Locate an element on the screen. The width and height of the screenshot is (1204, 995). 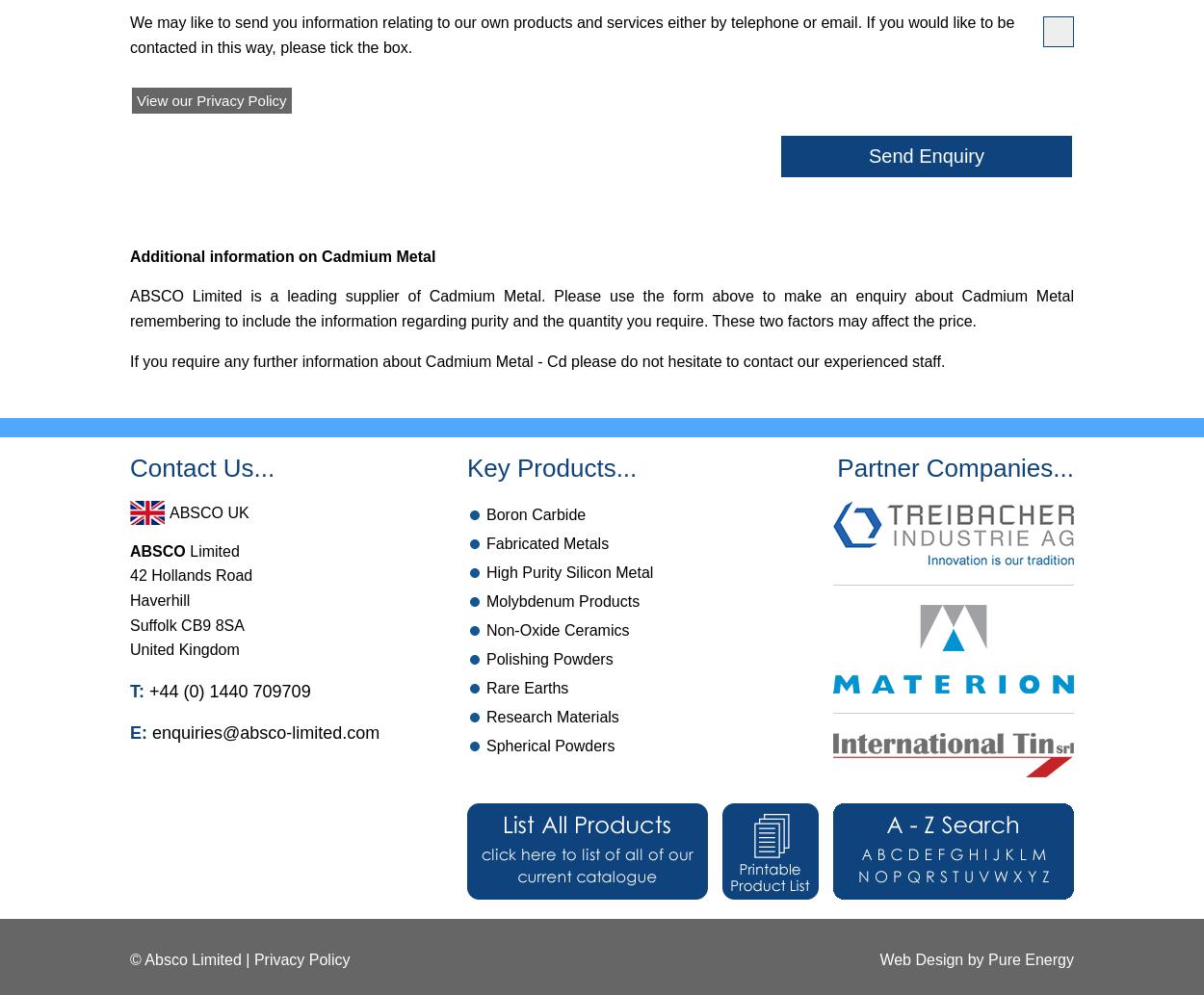
'Key Products...' is located at coordinates (551, 468).